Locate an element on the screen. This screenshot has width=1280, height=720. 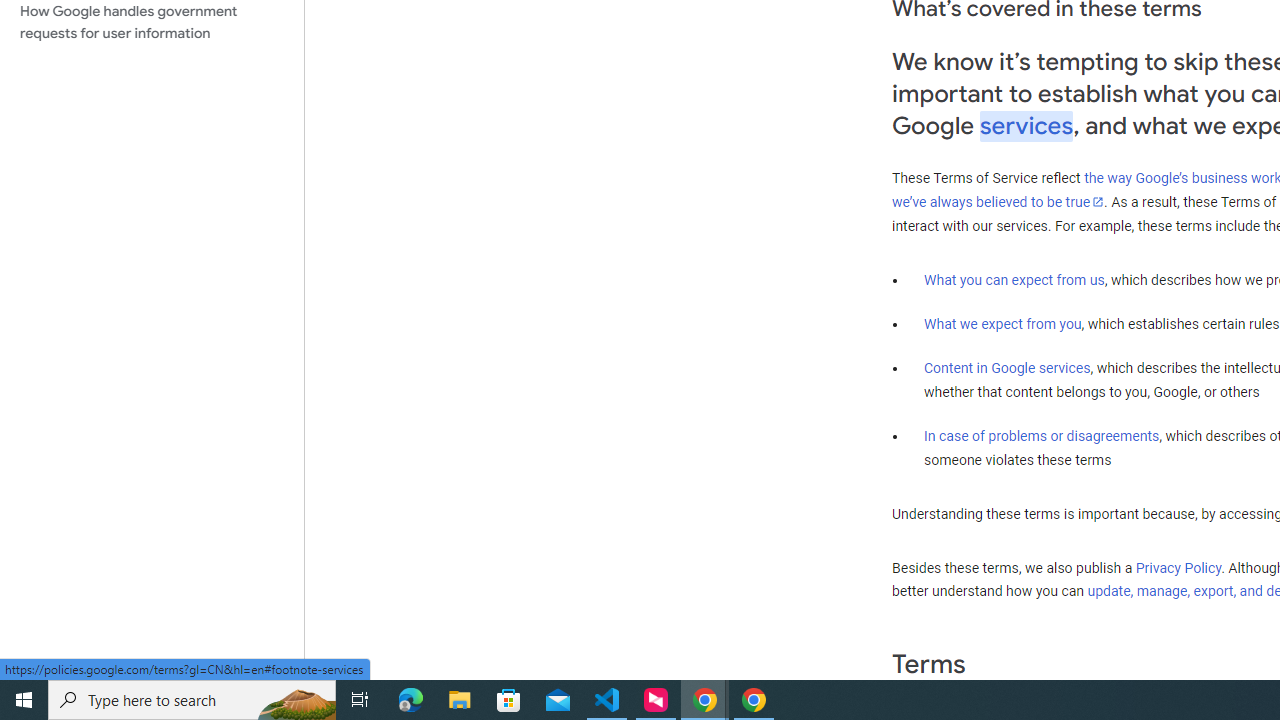
'What we expect from you' is located at coordinates (1002, 323).